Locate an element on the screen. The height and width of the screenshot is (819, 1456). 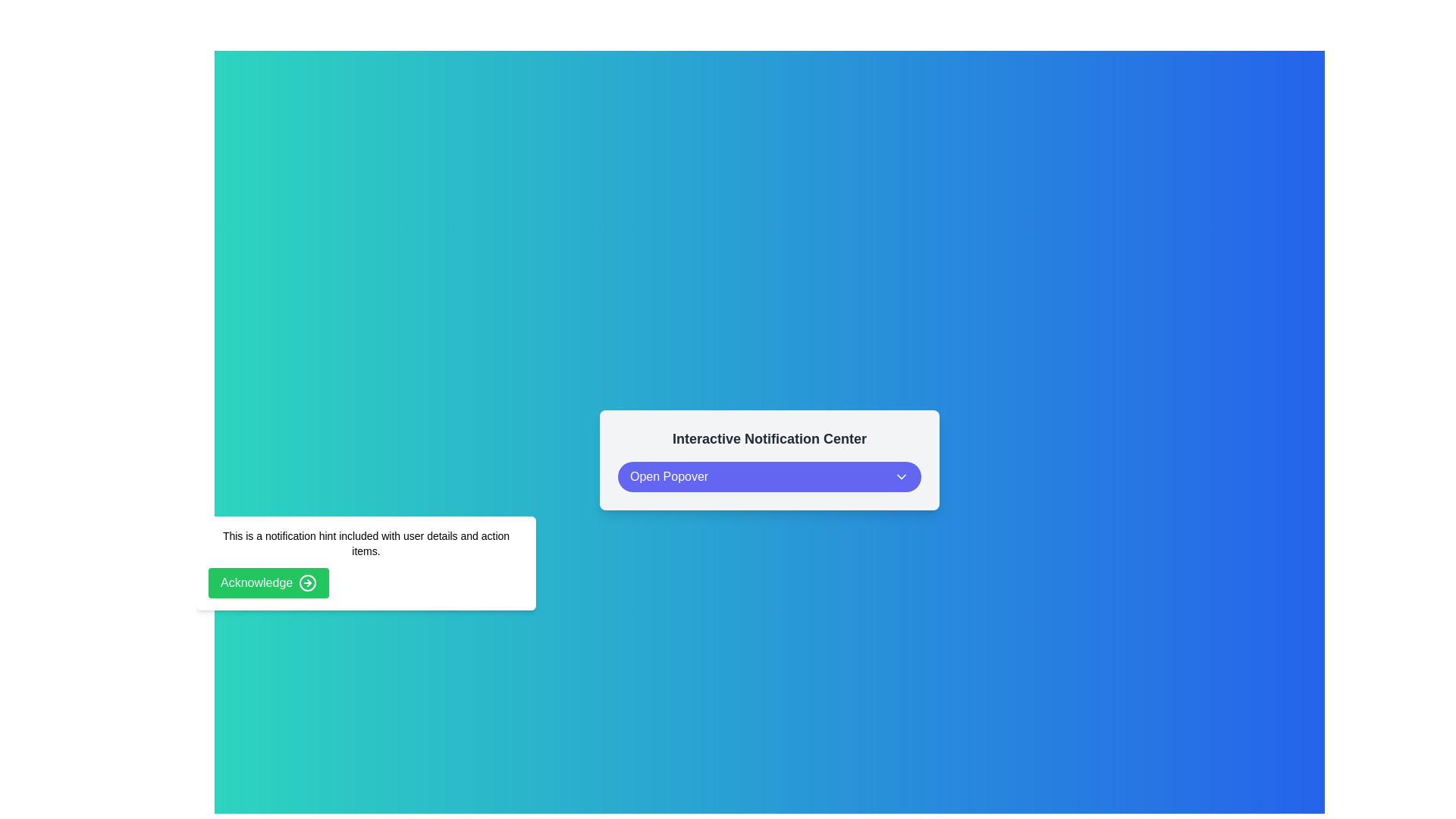
the circular green icon with a rightward-pointing arrow is located at coordinates (307, 582).